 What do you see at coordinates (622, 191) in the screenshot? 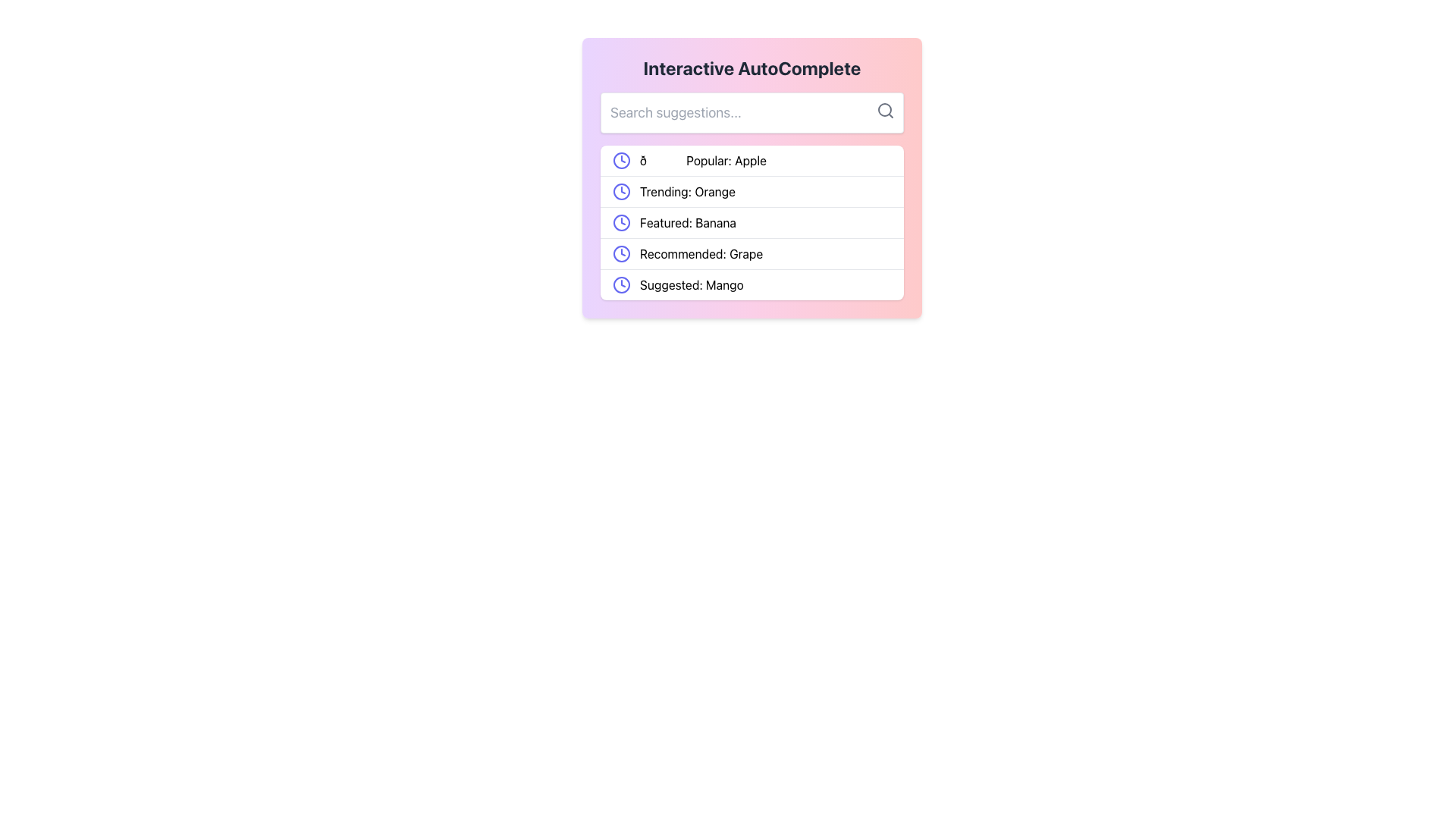
I see `the circular outline of the clock icon that is part of the 'Trending: Orange' text in the second row of items` at bounding box center [622, 191].